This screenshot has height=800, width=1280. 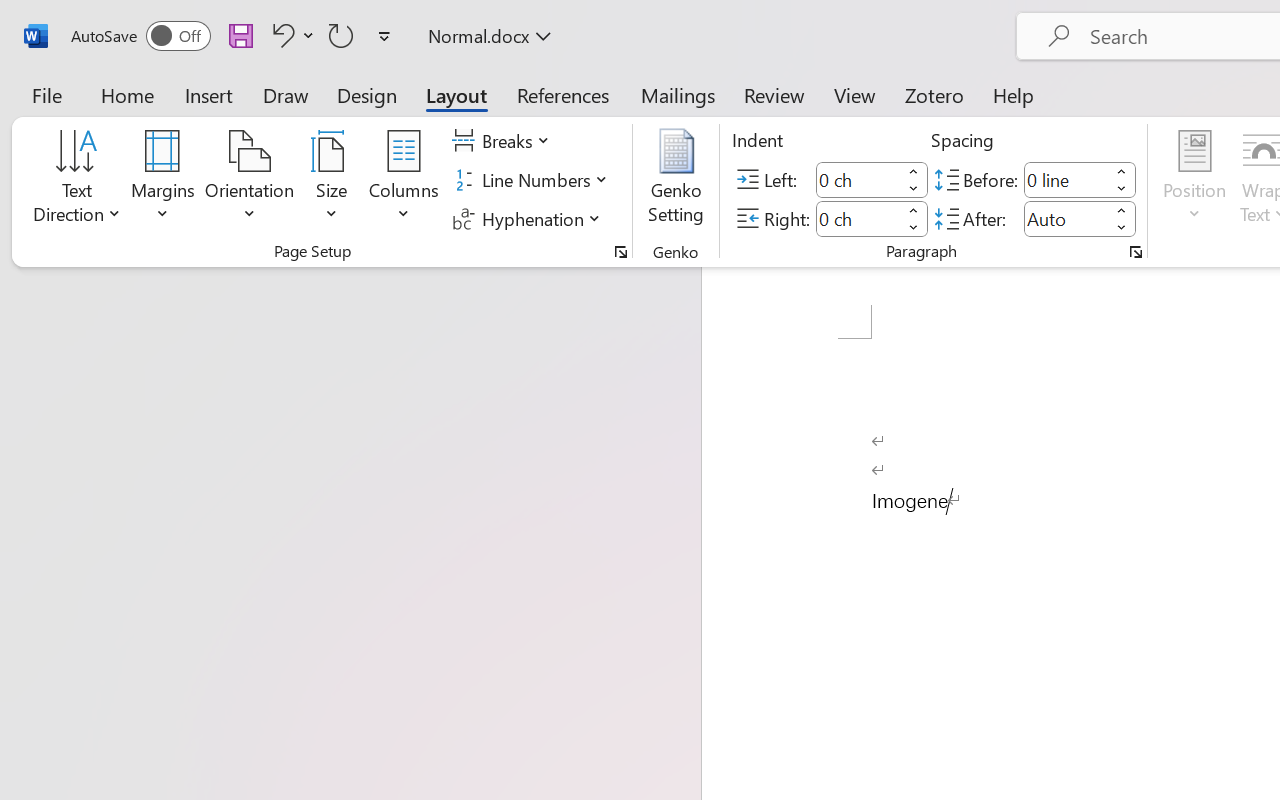 I want to click on 'Text Direction', so click(x=77, y=179).